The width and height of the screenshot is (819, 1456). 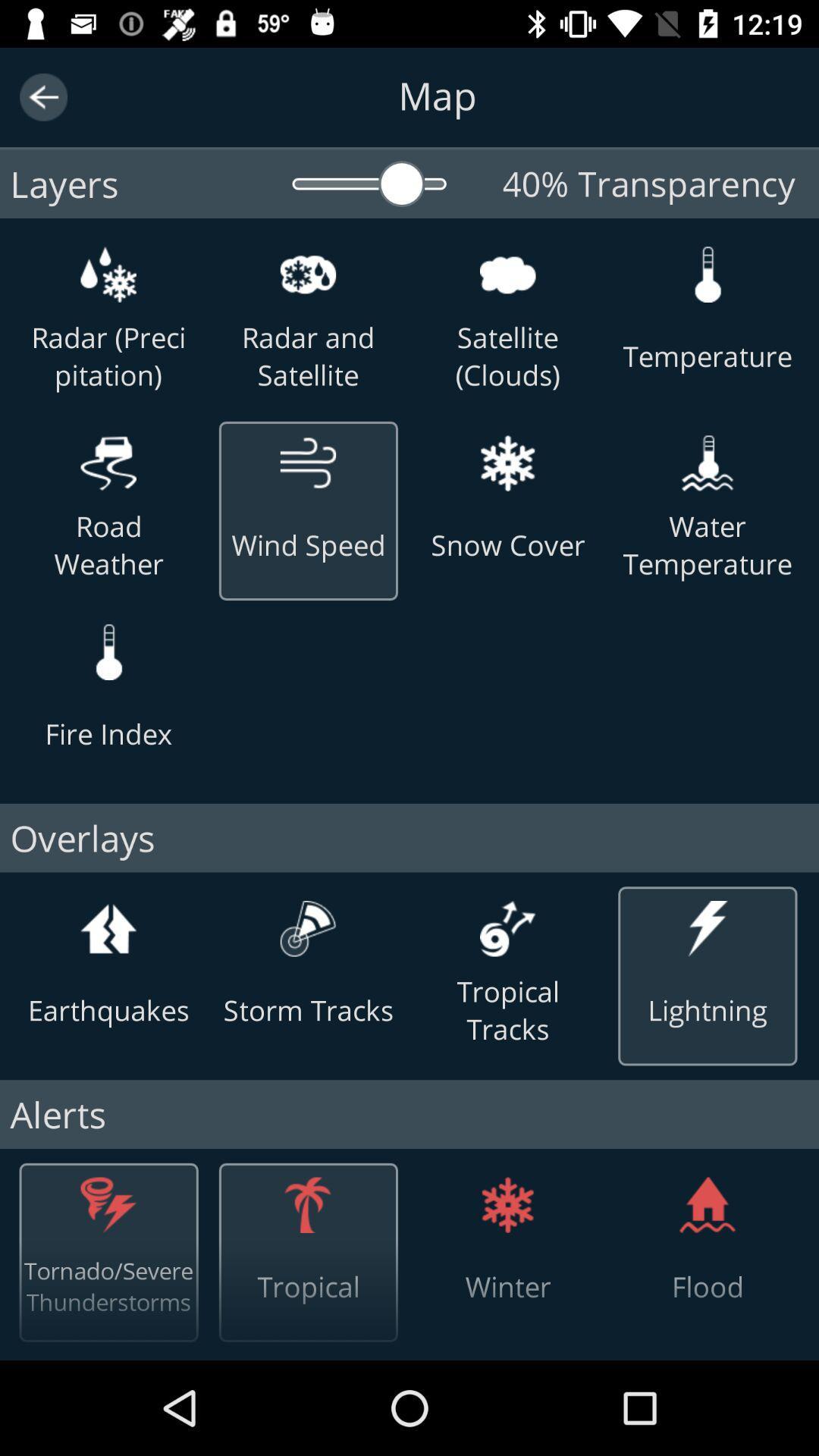 I want to click on the icon above wind speed, so click(x=307, y=463).